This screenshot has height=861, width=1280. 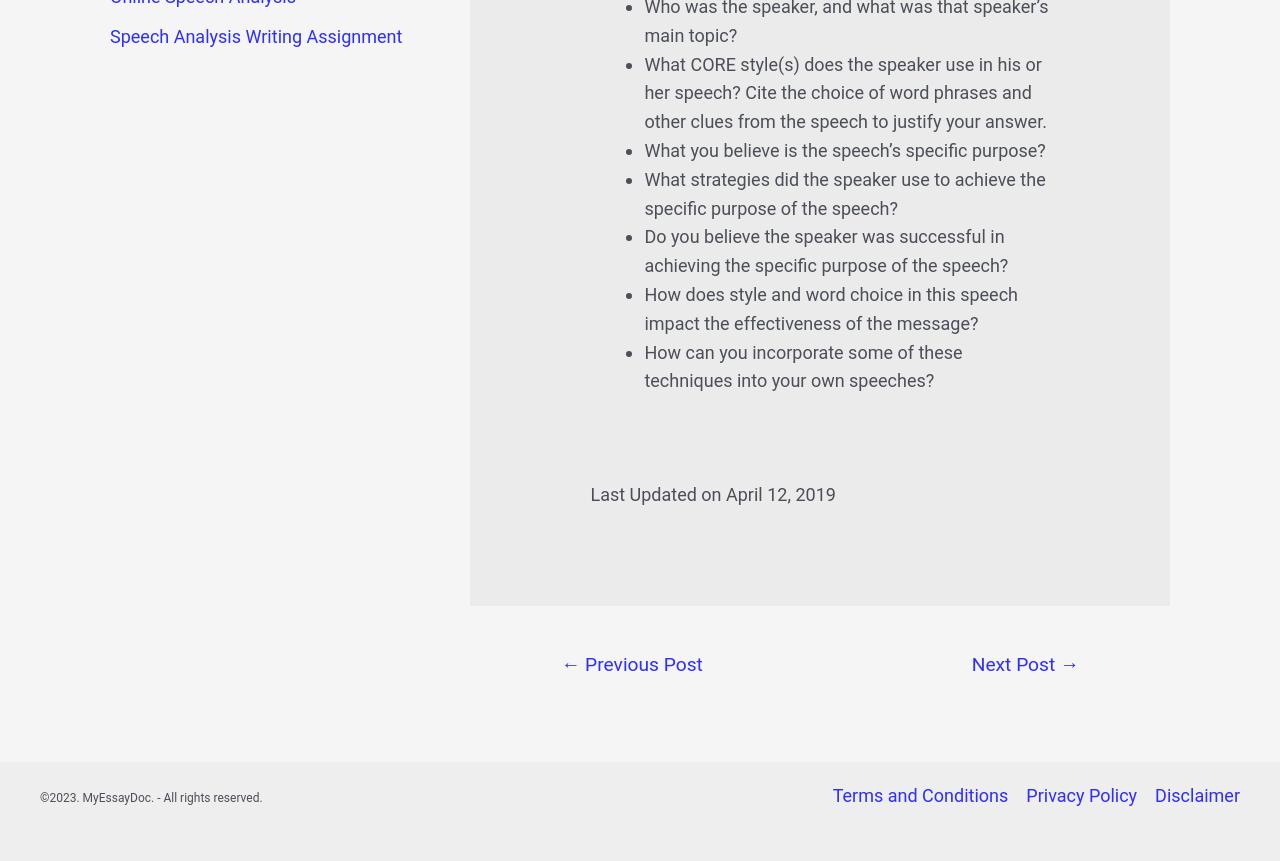 I want to click on 'Privacy Policy', so click(x=1026, y=795).